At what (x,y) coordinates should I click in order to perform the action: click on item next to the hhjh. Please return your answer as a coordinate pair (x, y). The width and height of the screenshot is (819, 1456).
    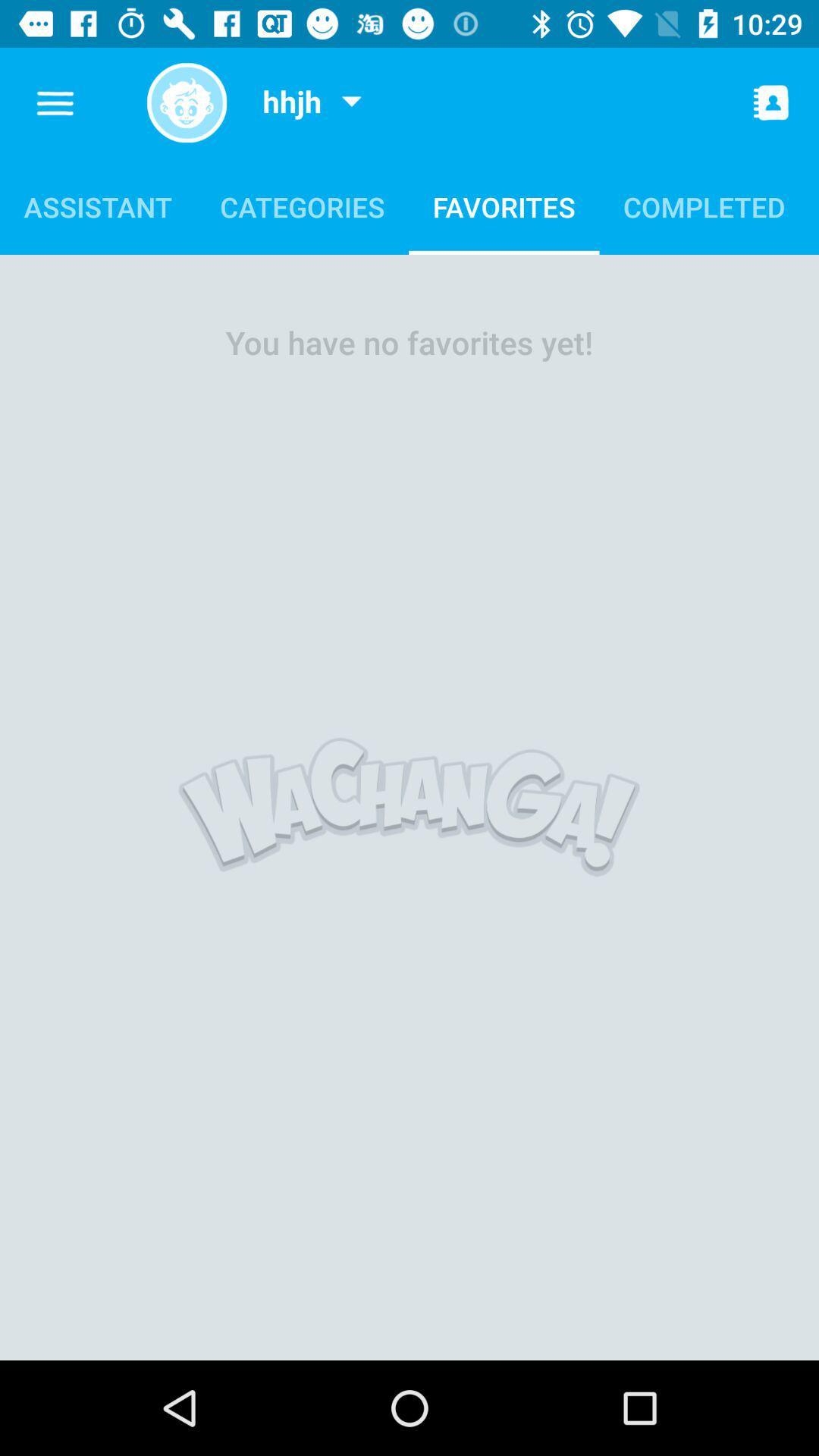
    Looking at the image, I should click on (351, 102).